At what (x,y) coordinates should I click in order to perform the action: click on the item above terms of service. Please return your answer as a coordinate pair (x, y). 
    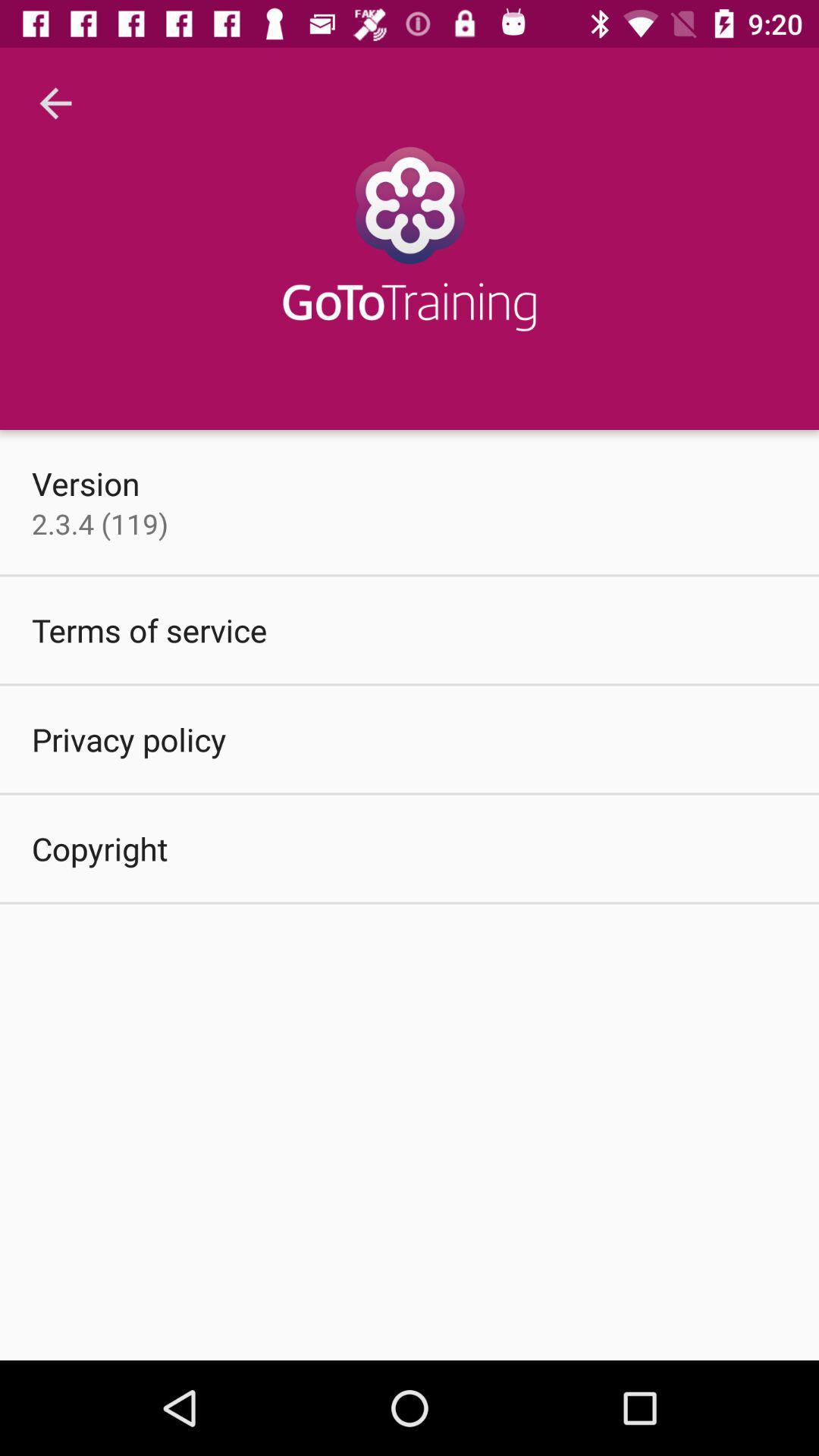
    Looking at the image, I should click on (99, 523).